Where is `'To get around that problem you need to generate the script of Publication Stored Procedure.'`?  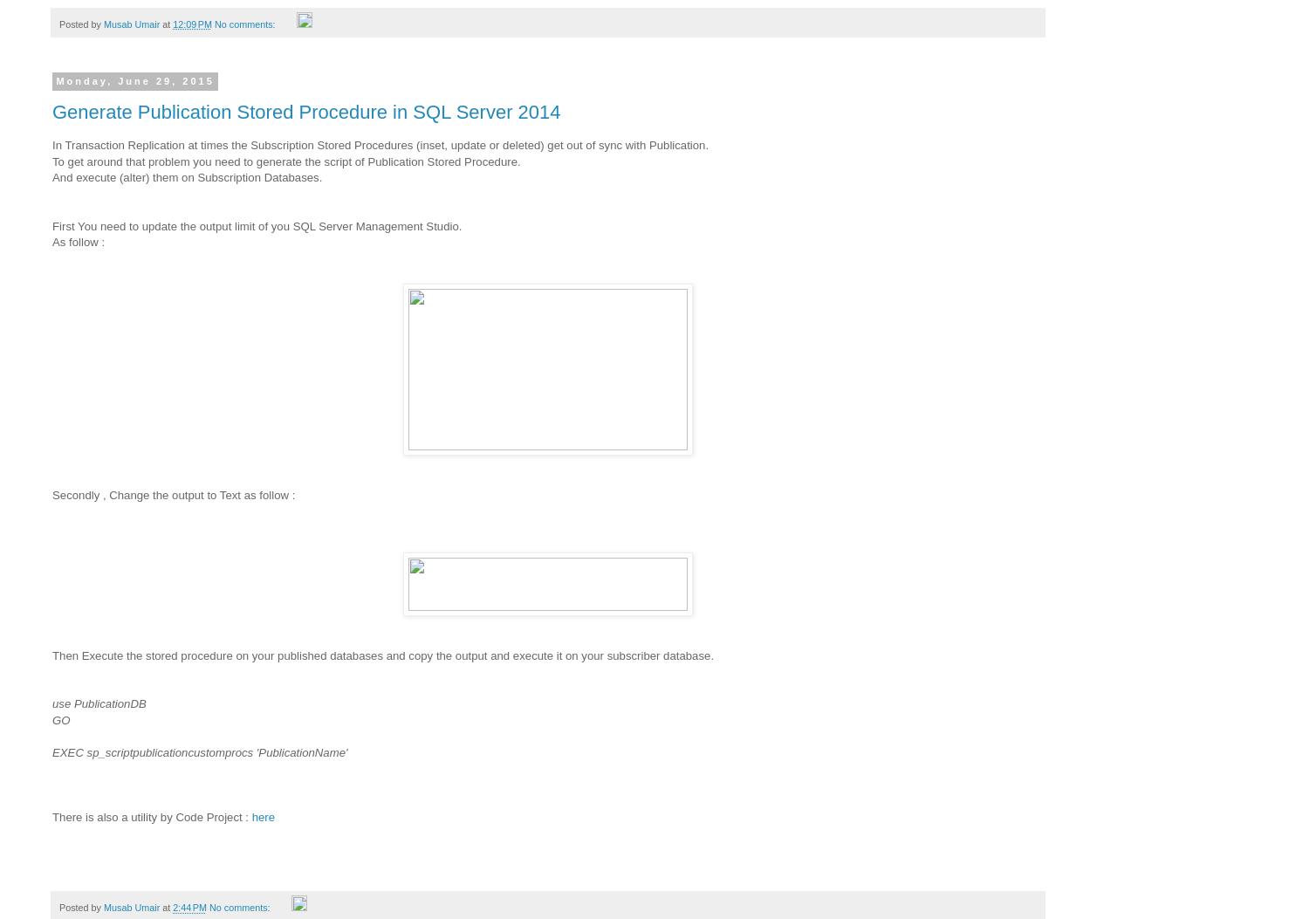 'To get around that problem you need to generate the script of Publication Stored Procedure.' is located at coordinates (286, 160).